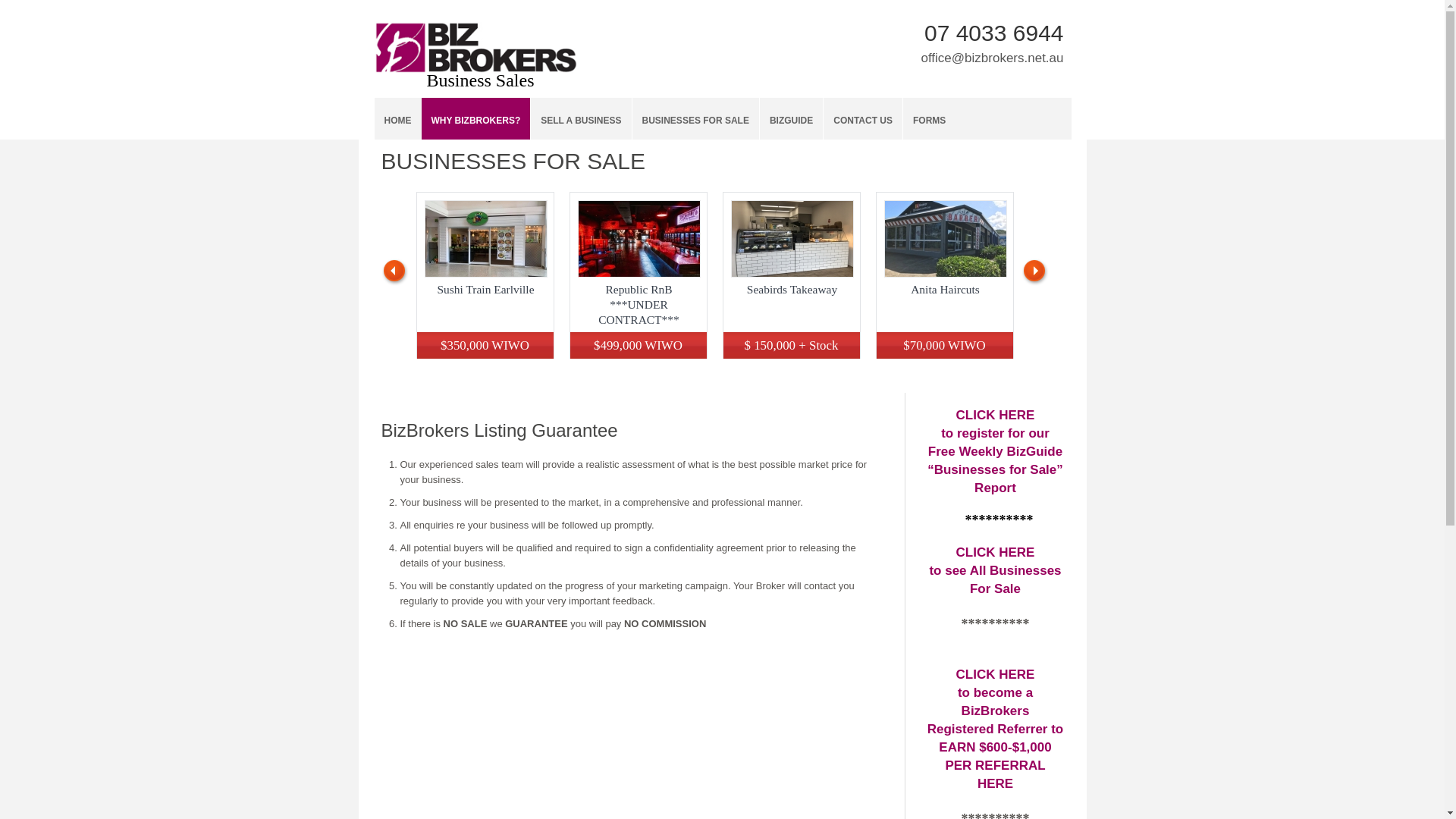 The width and height of the screenshot is (1456, 819). Describe the element at coordinates (580, 118) in the screenshot. I see `'SELL A BUSINESS'` at that location.